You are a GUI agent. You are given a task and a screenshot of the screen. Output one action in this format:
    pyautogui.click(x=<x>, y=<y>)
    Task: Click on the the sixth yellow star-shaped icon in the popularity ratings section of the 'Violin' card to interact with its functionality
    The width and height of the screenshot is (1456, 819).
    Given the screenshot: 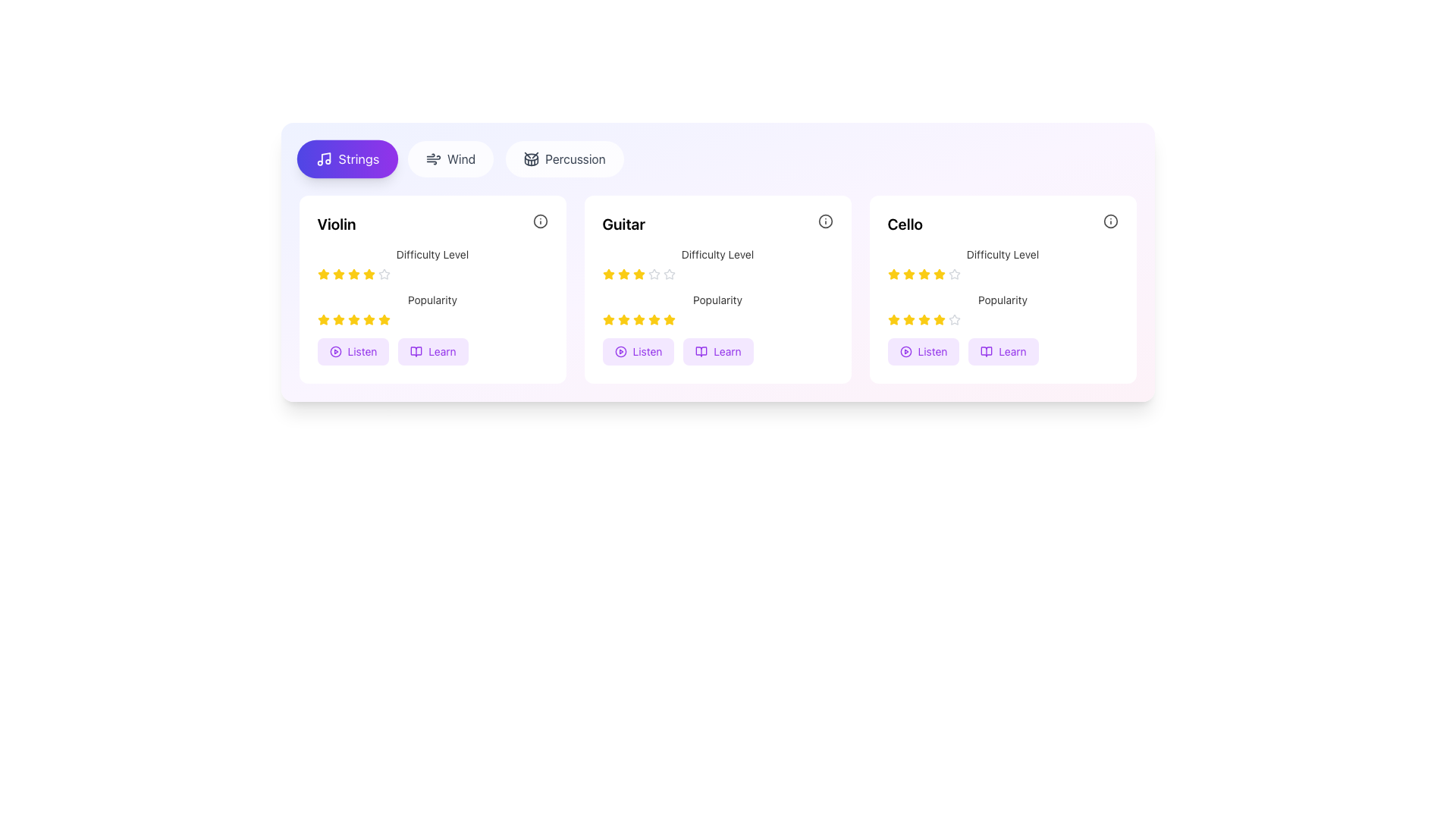 What is the action you would take?
    pyautogui.click(x=369, y=318)
    